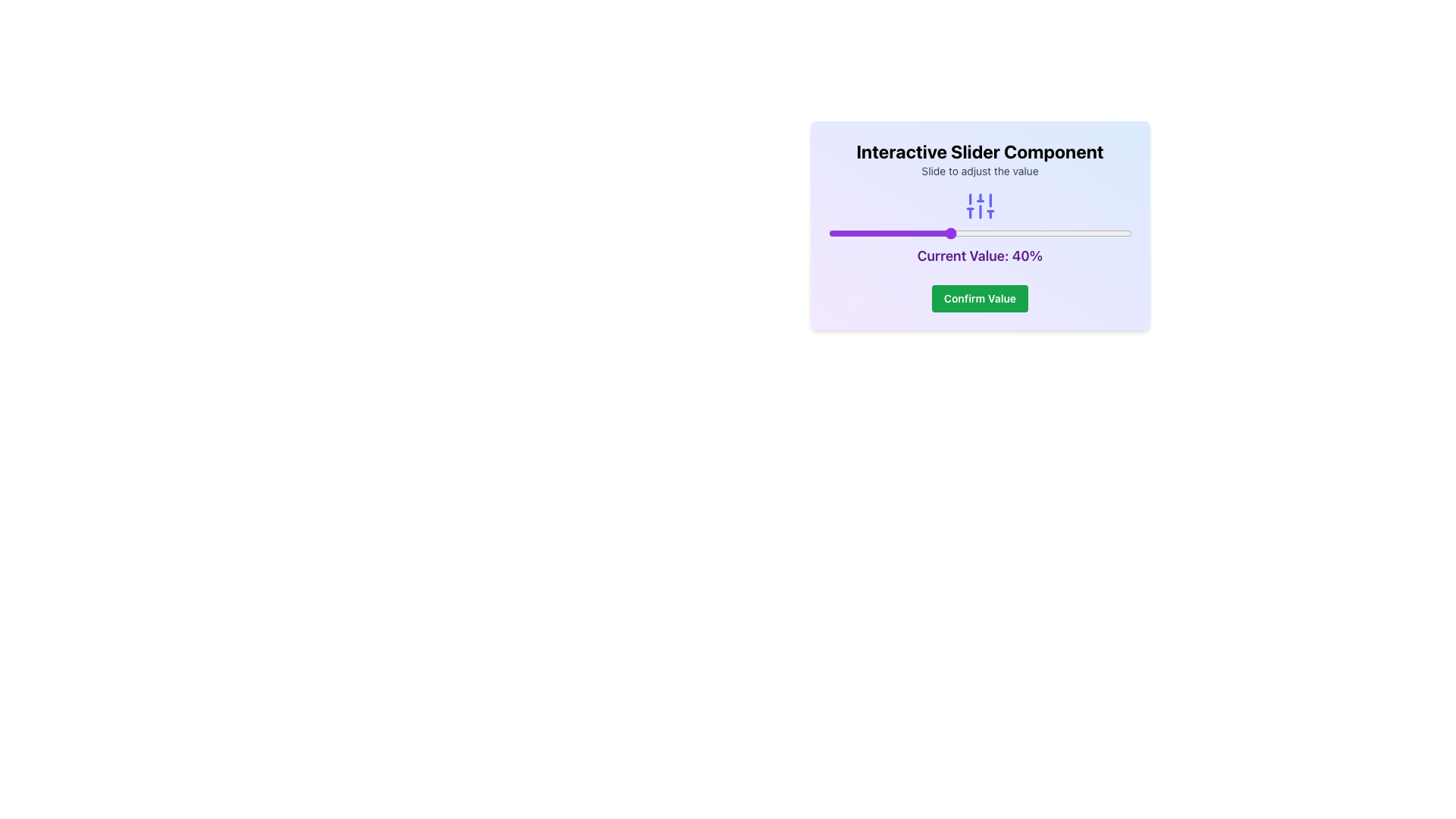 This screenshot has height=819, width=1456. I want to click on the slider value, so click(949, 234).